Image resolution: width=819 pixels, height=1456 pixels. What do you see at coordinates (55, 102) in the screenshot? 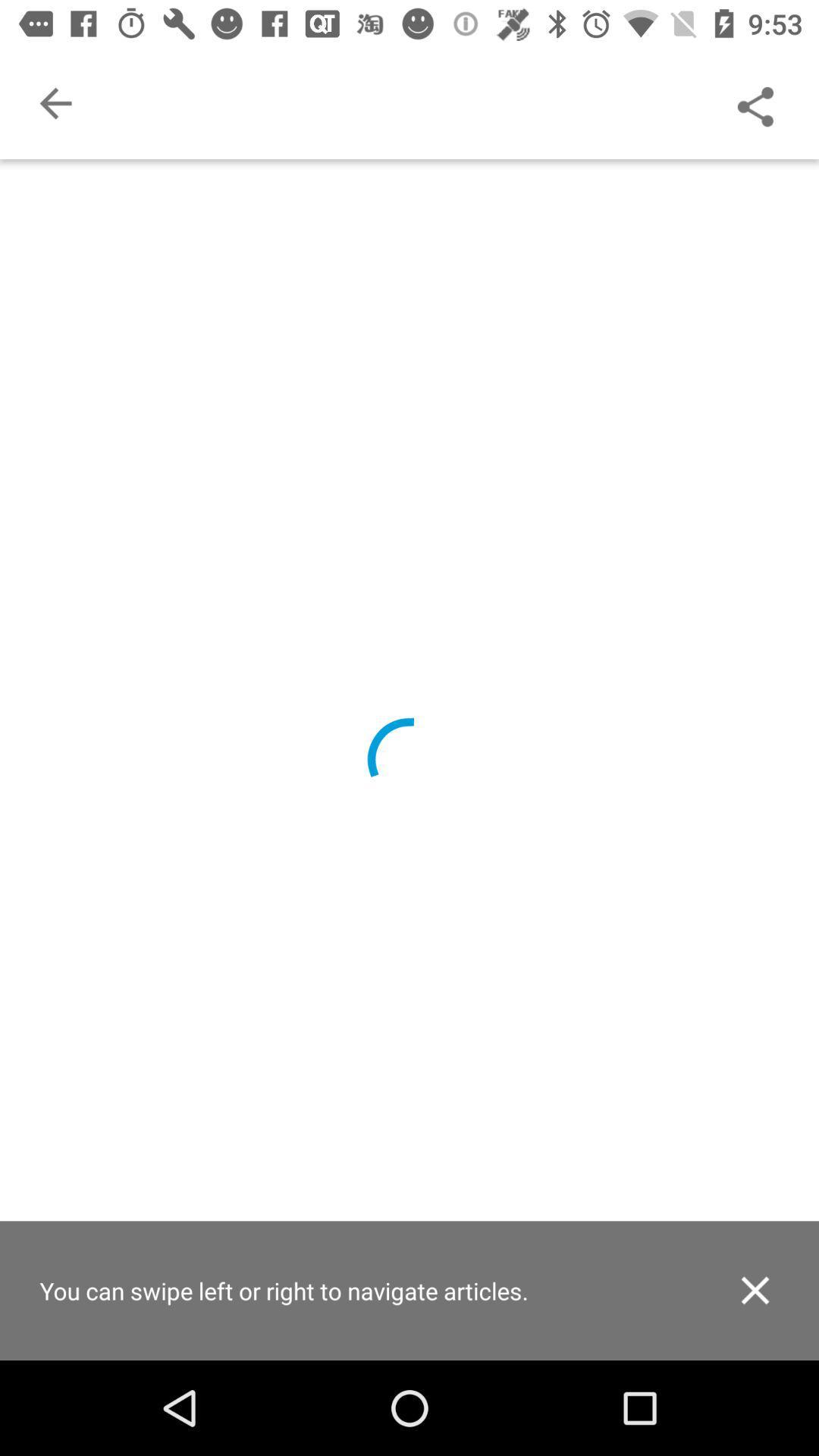
I see `item above you can swipe` at bounding box center [55, 102].